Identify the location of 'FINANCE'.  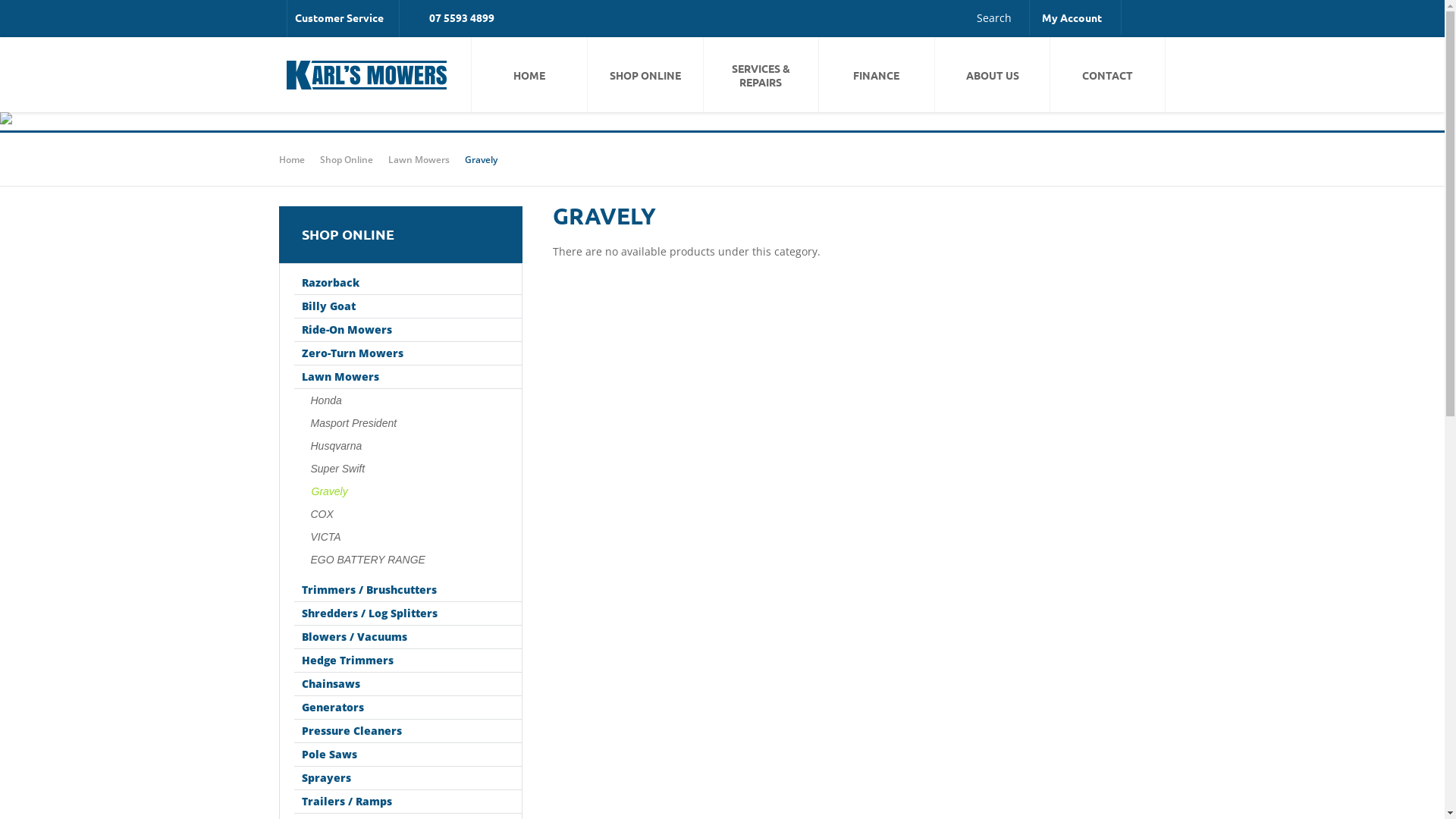
(876, 74).